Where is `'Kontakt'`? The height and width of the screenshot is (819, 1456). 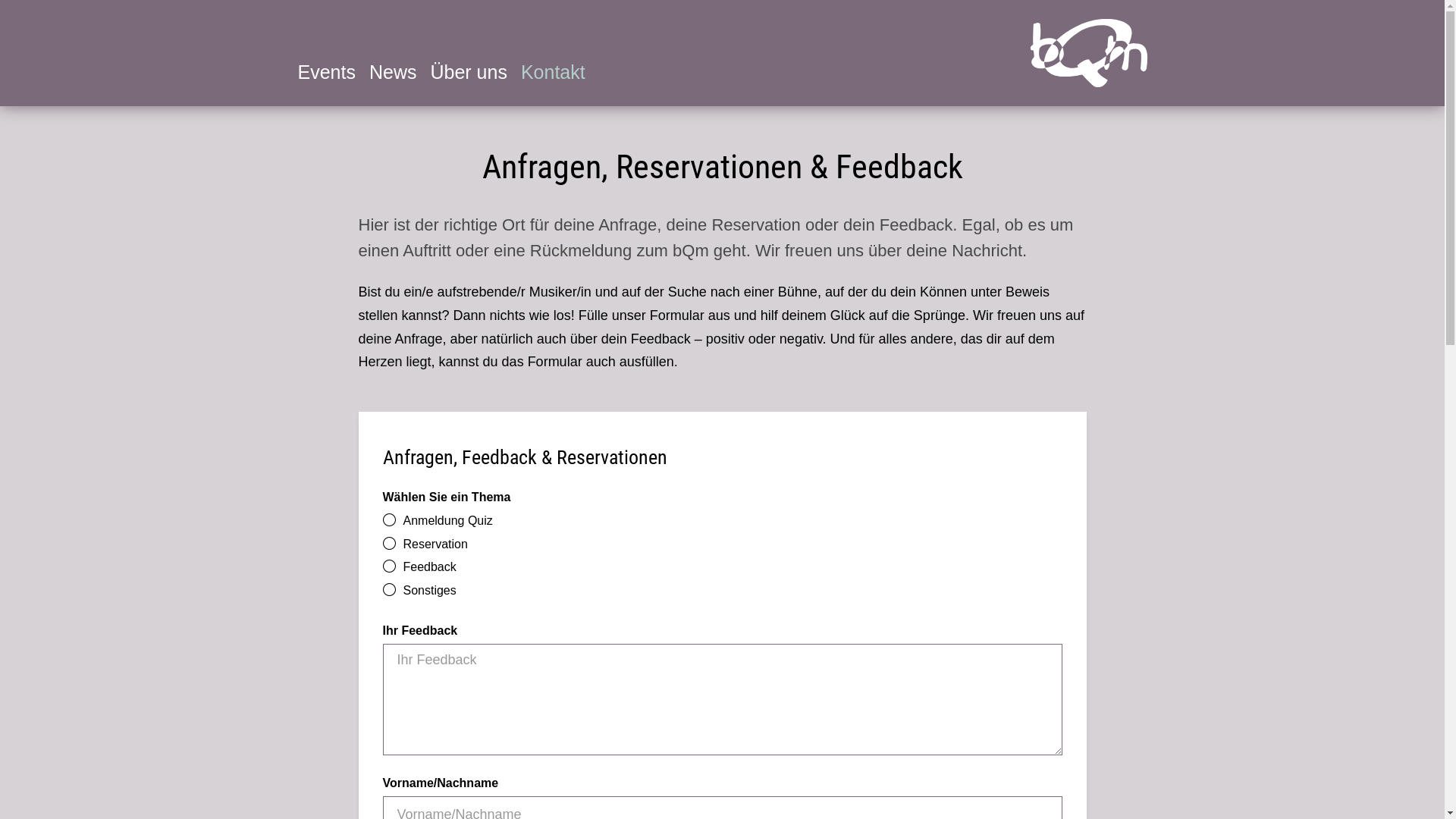
'Kontakt' is located at coordinates (552, 72).